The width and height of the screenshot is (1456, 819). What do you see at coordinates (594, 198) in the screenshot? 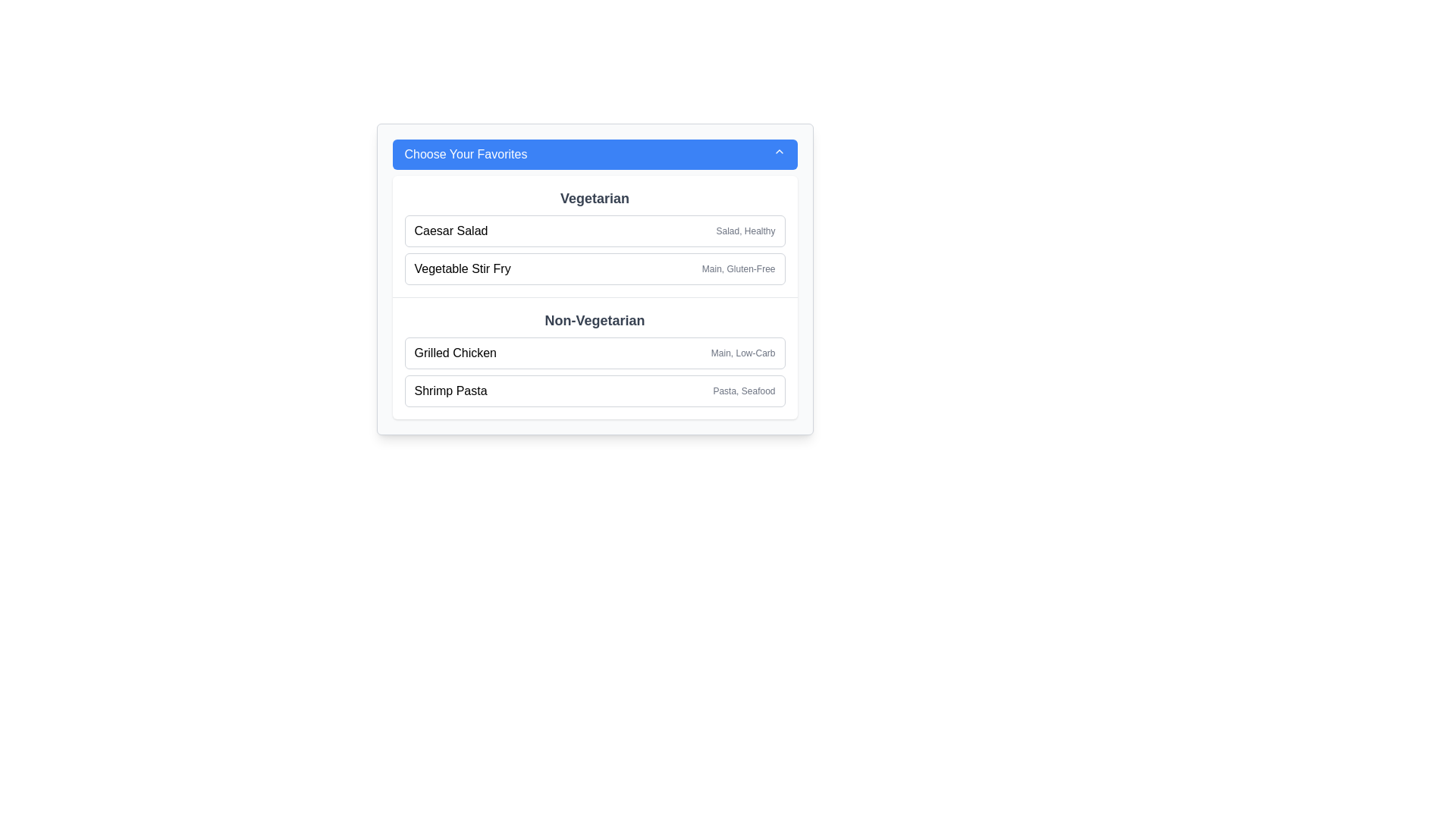
I see `the 'Vegetarian' text label, which is styled with bold typography and is located below the 'Choose Your Favorites' header` at bounding box center [594, 198].